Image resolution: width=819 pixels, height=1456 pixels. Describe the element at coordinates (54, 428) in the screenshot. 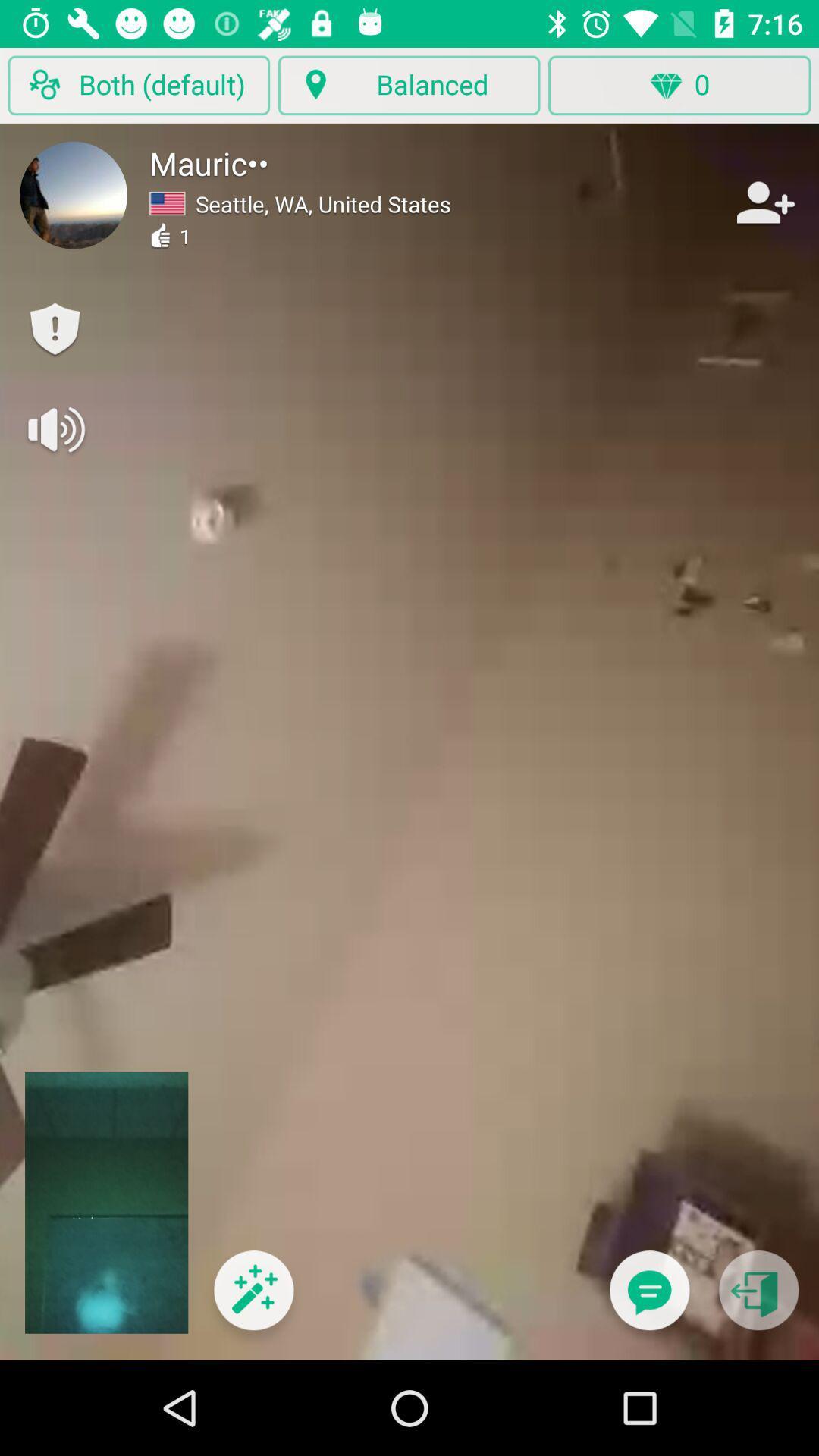

I see `toggles the volume` at that location.